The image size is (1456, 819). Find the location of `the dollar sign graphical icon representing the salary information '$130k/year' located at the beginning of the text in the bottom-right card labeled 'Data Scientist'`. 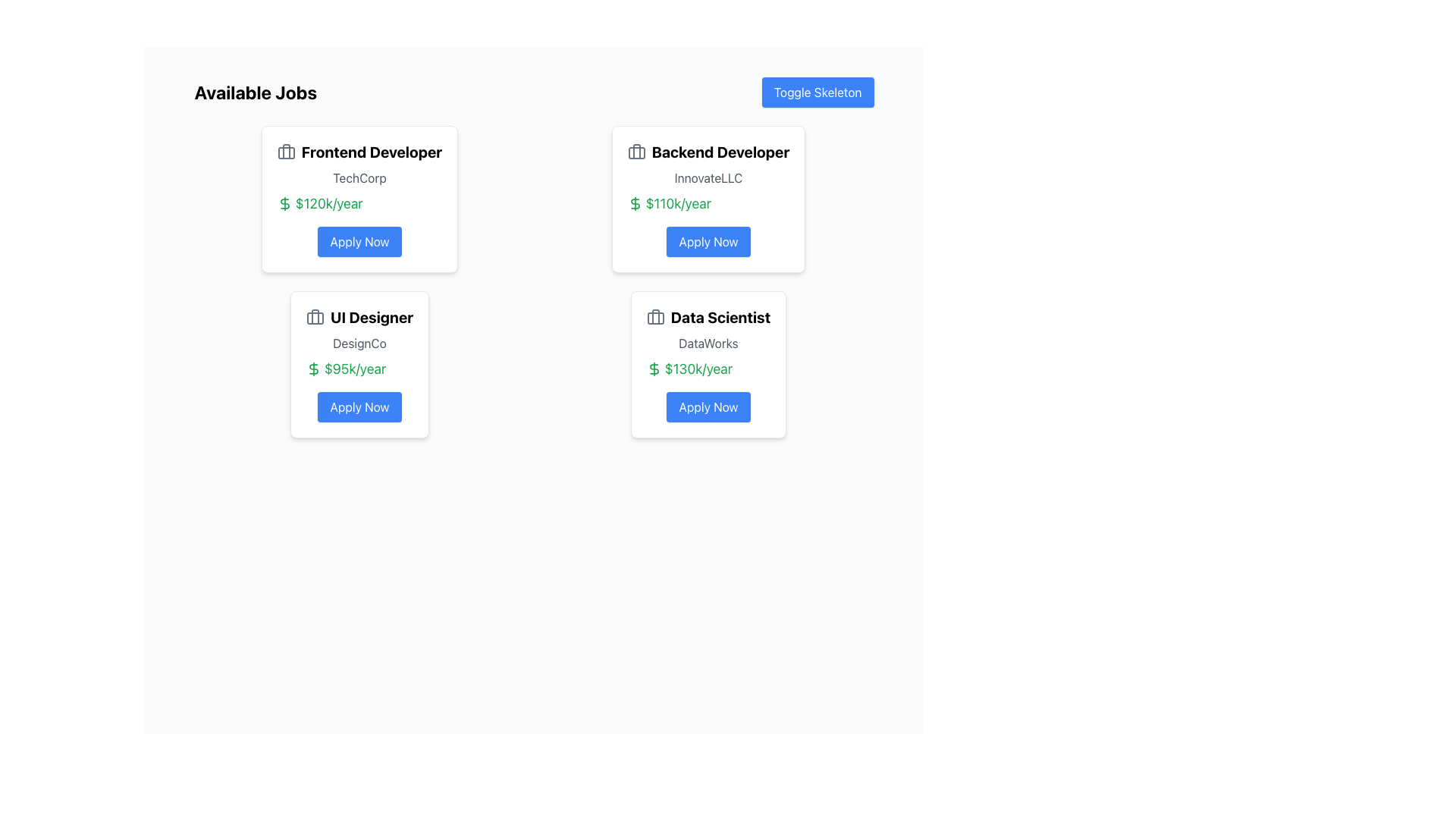

the dollar sign graphical icon representing the salary information '$130k/year' located at the beginning of the text in the bottom-right card labeled 'Data Scientist' is located at coordinates (654, 369).